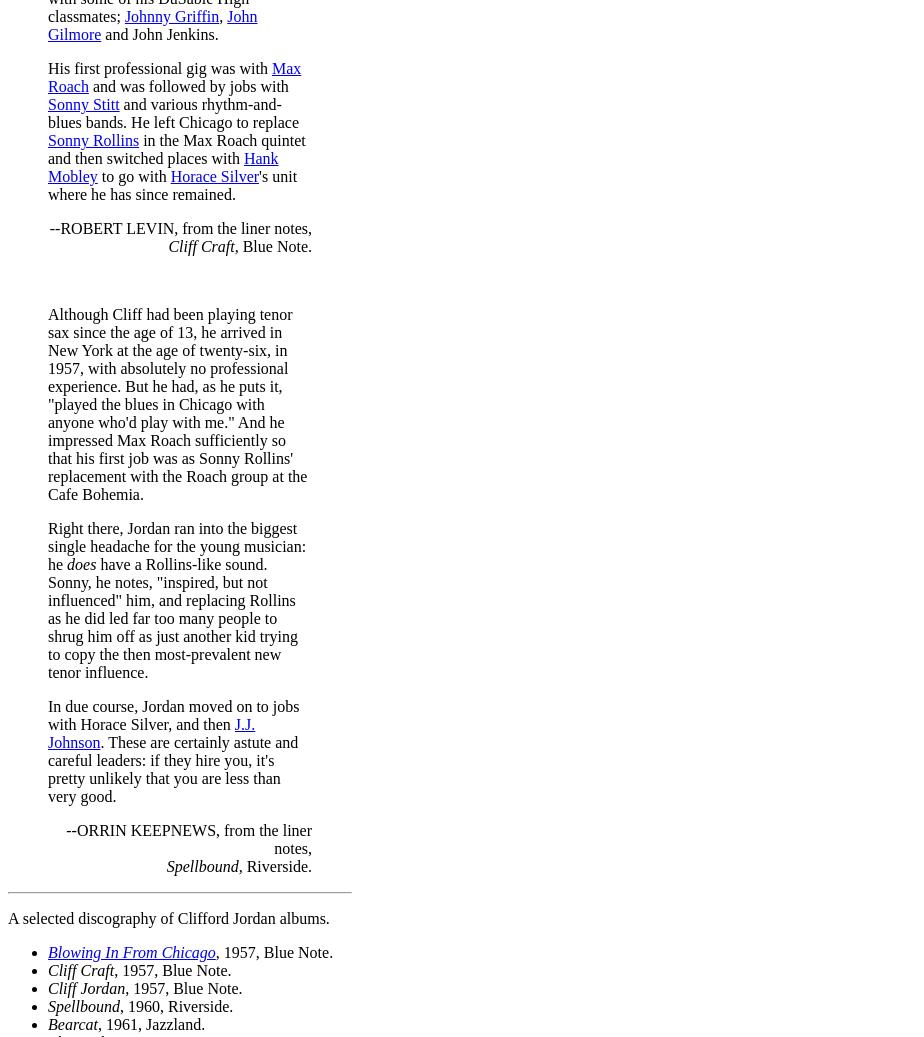 The width and height of the screenshot is (924, 1037). What do you see at coordinates (8, 917) in the screenshot?
I see `'A selected discography of Clifford Jordan albums.'` at bounding box center [8, 917].